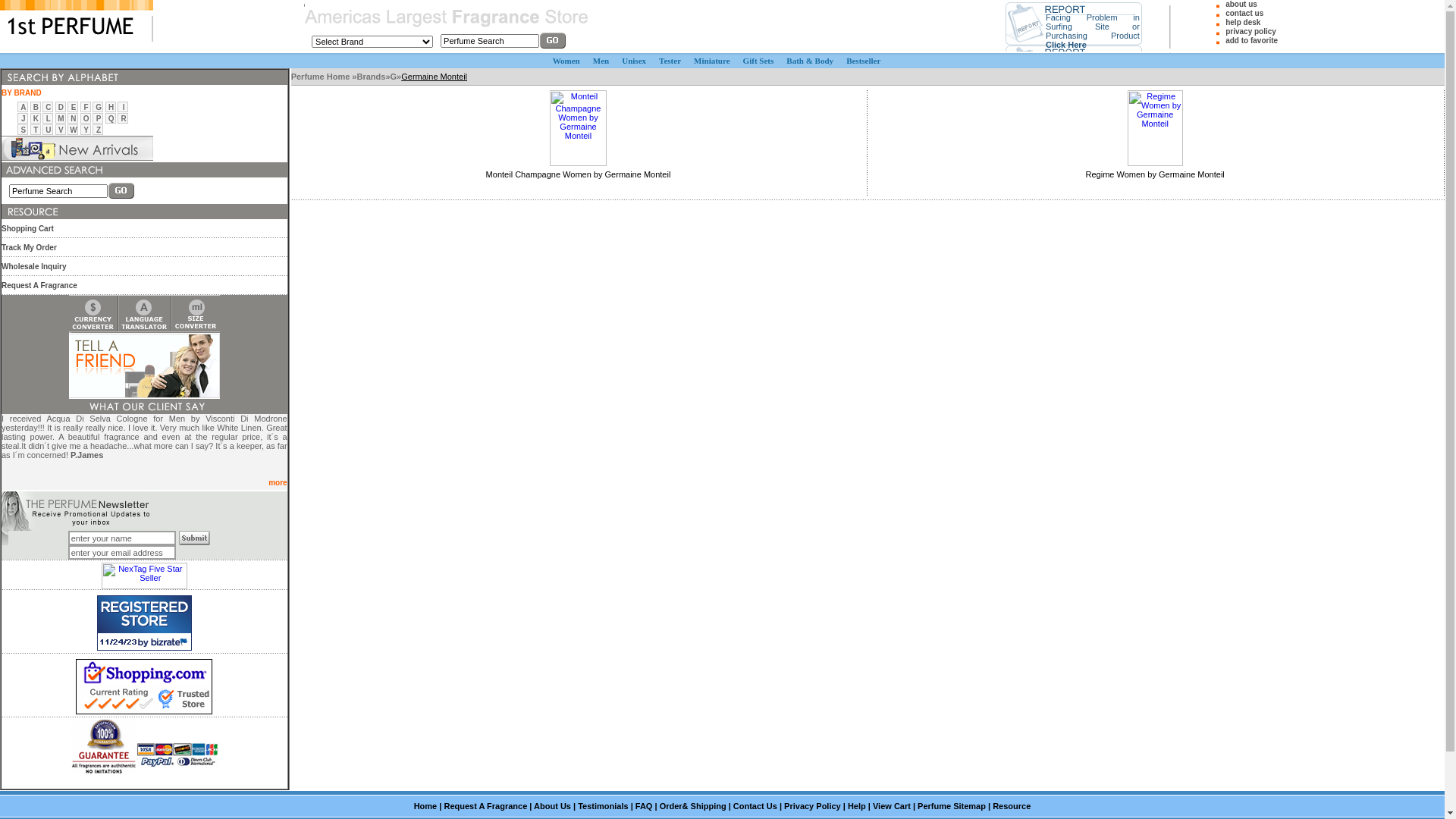  Describe the element at coordinates (33, 117) in the screenshot. I see `'K'` at that location.